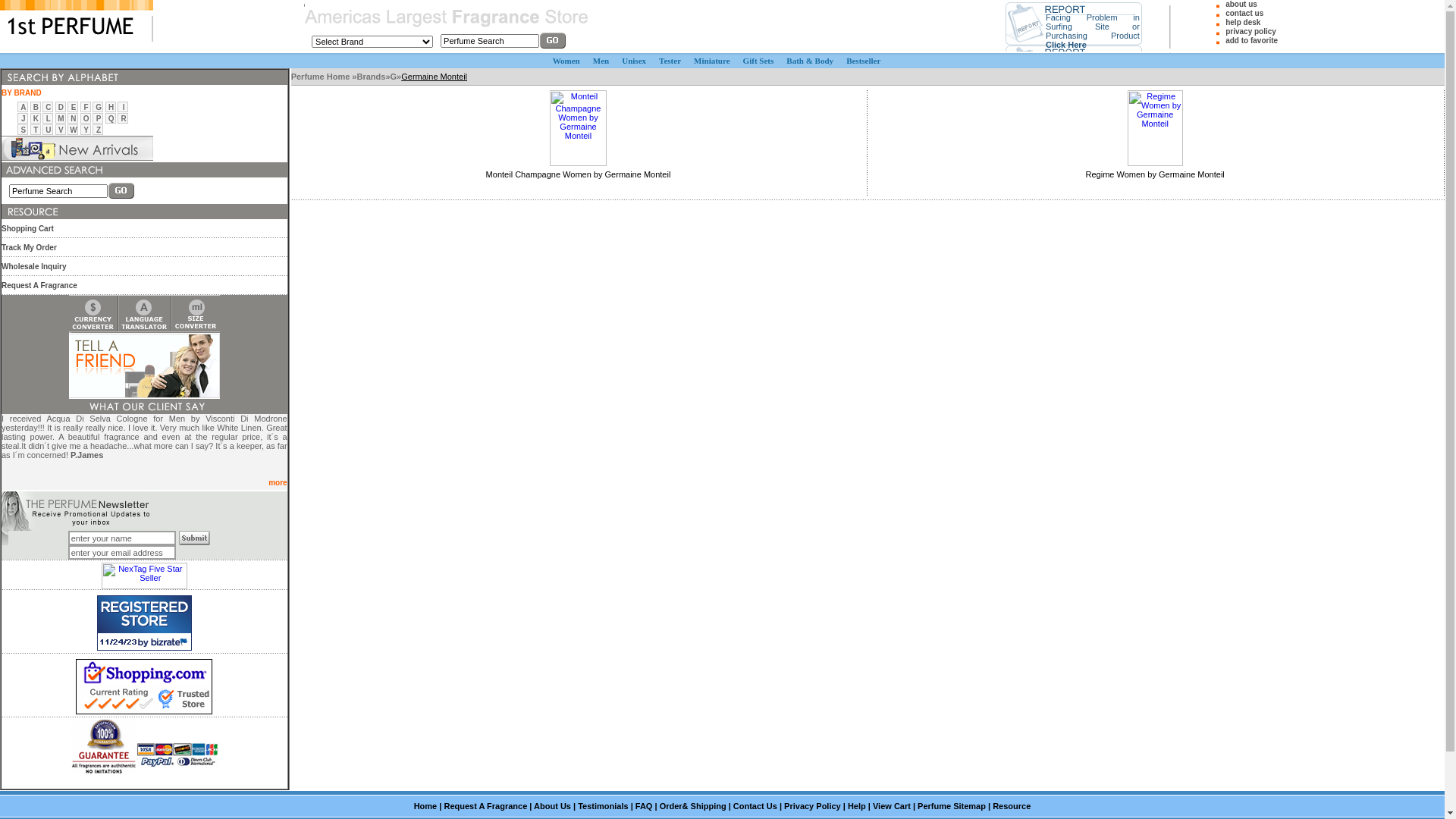  Describe the element at coordinates (33, 117) in the screenshot. I see `'K'` at that location.